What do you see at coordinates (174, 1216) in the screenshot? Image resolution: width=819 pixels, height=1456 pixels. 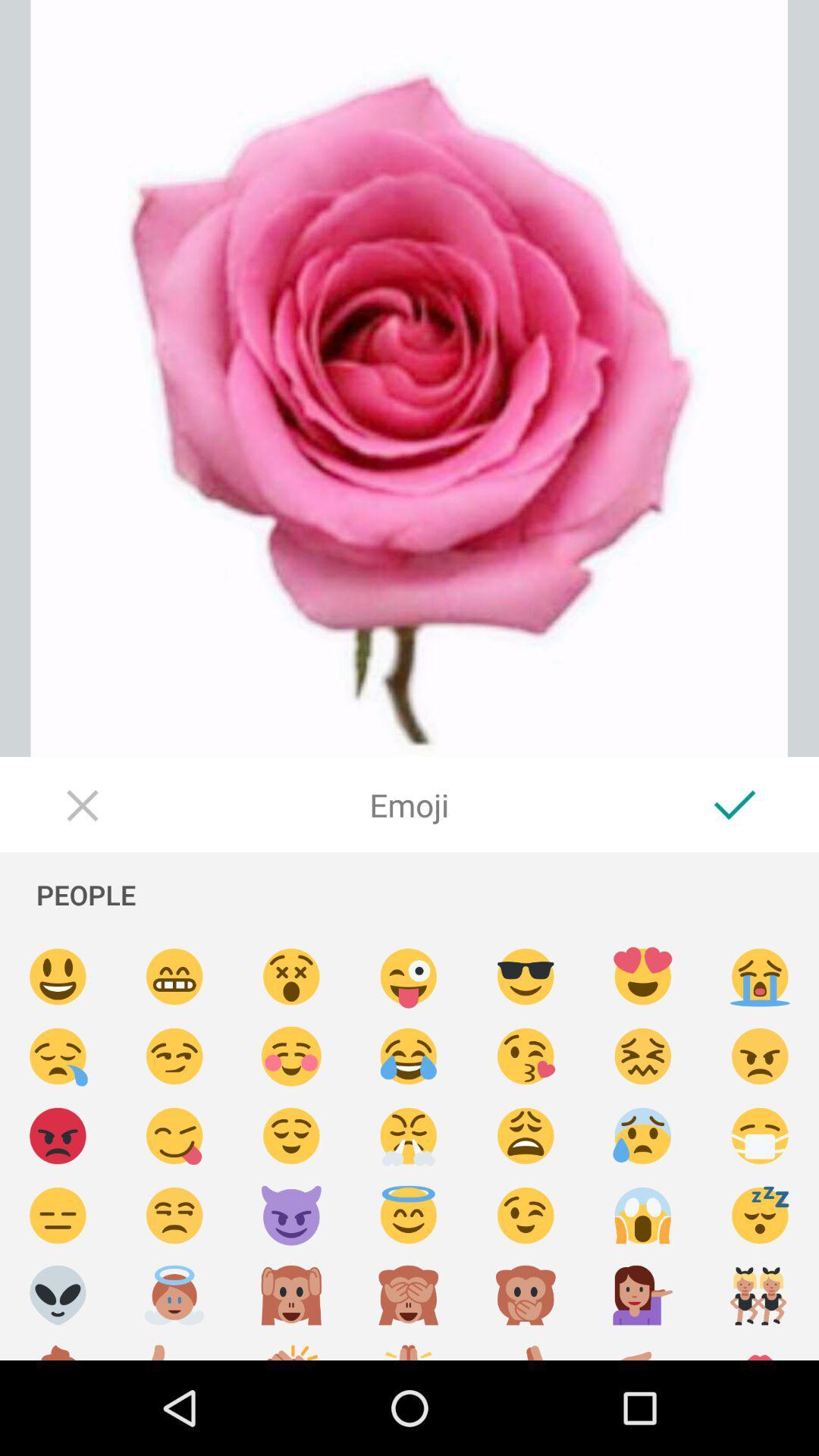 I see `a smiley` at bounding box center [174, 1216].